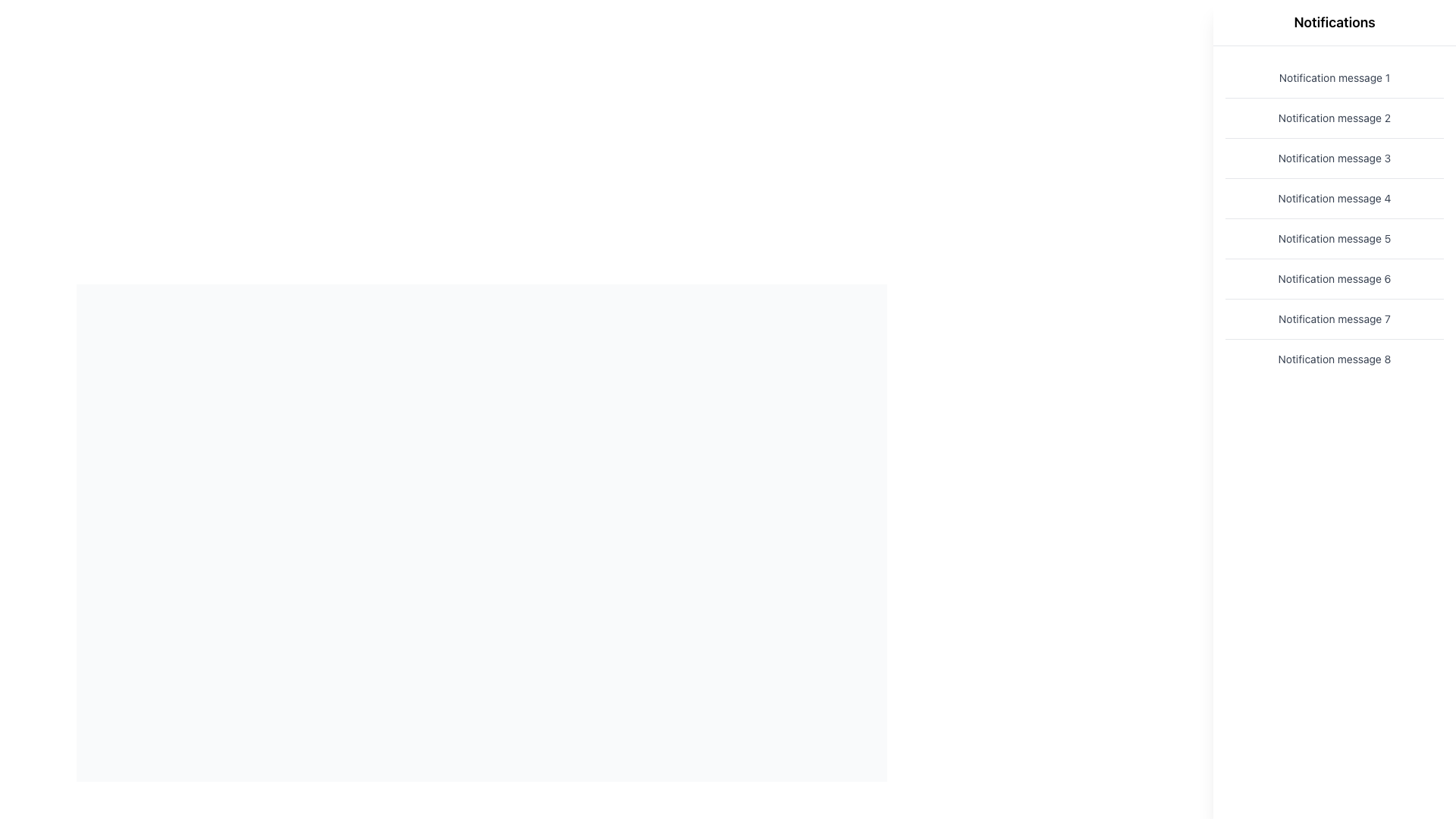  What do you see at coordinates (1335, 23) in the screenshot?
I see `the header text label for the notifications section, which is located at the top of the right-hand panel of the interface` at bounding box center [1335, 23].